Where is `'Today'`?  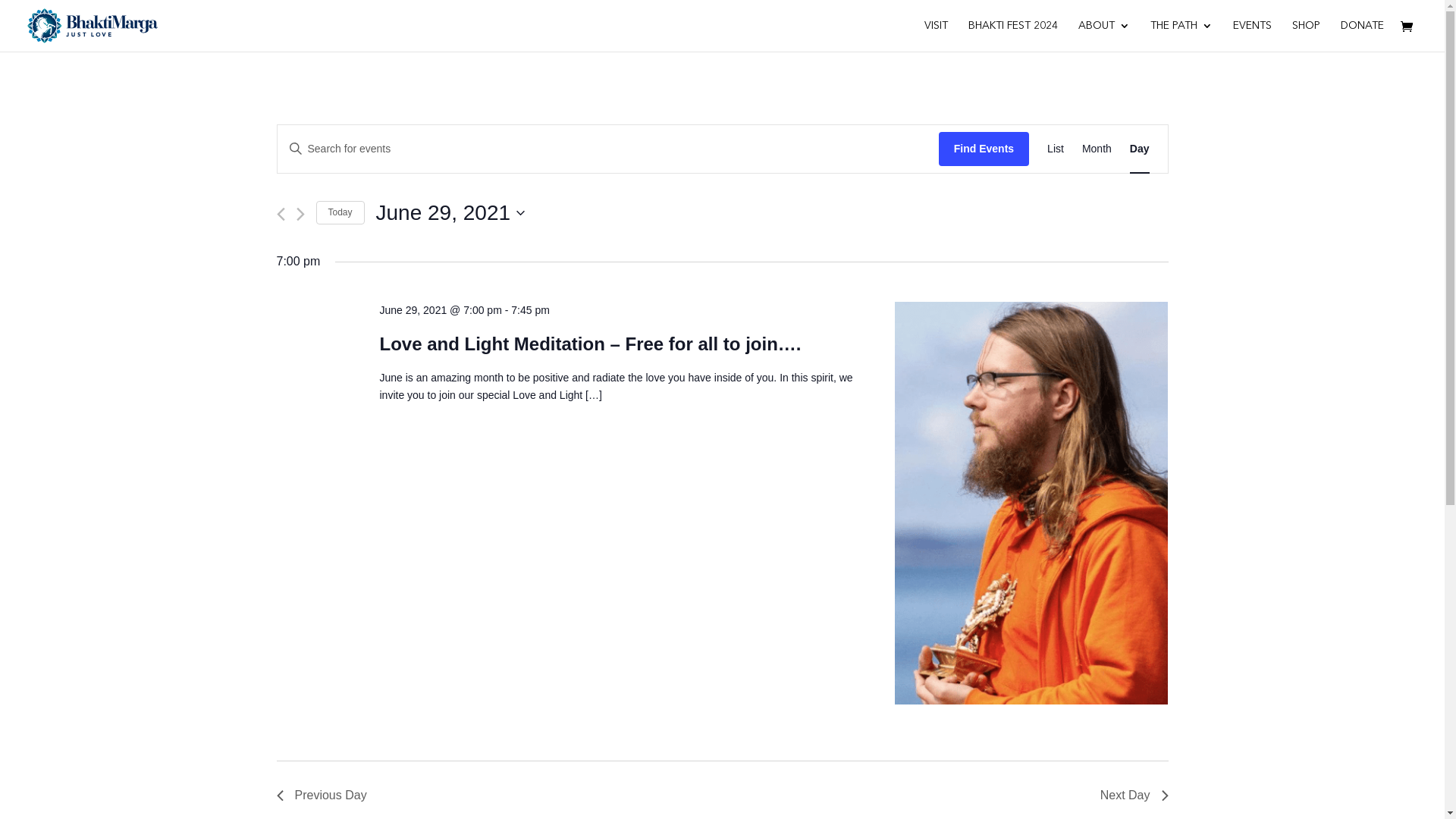
'Today' is located at coordinates (338, 212).